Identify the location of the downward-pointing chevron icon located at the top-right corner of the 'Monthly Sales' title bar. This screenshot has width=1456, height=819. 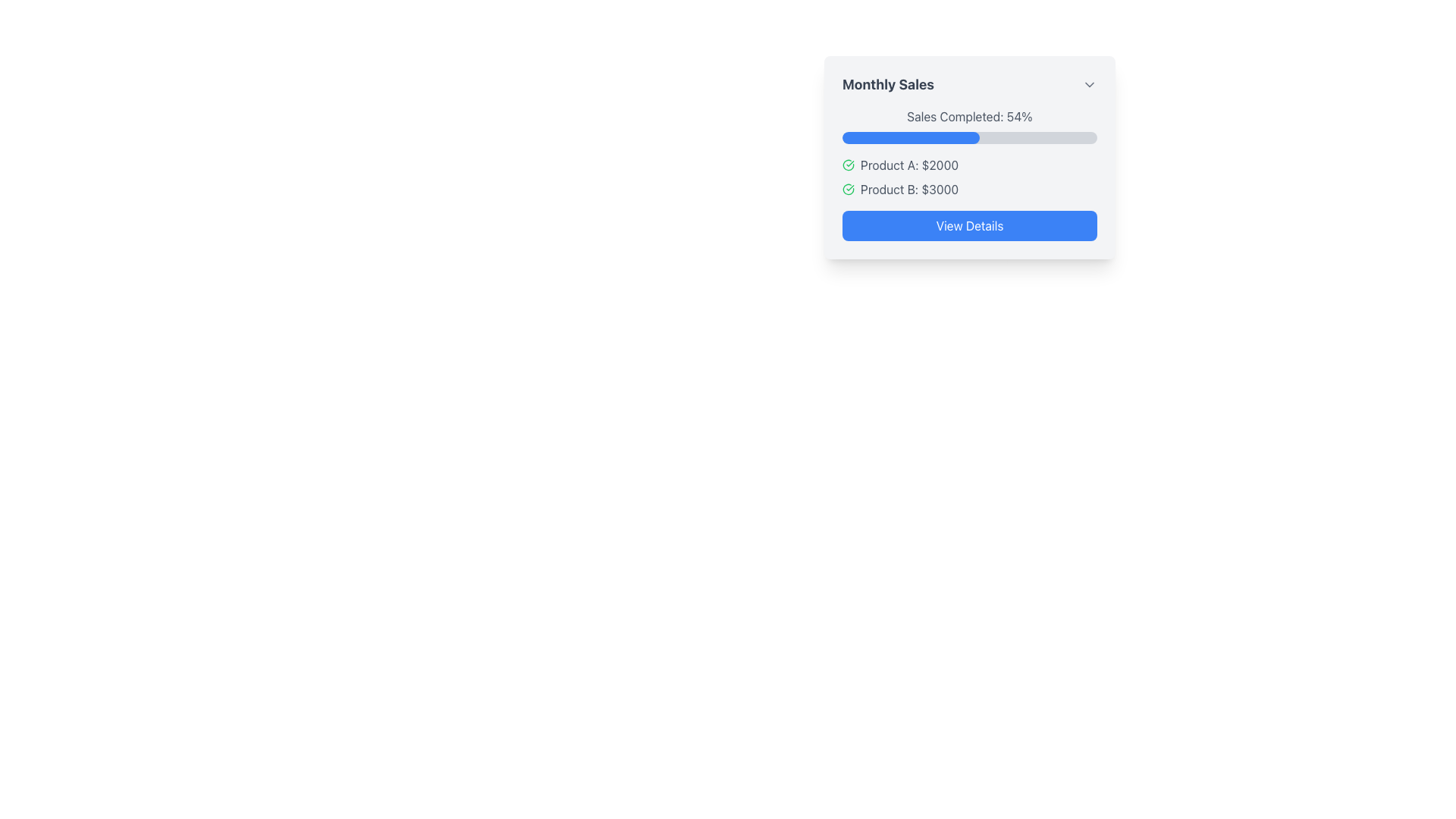
(1088, 84).